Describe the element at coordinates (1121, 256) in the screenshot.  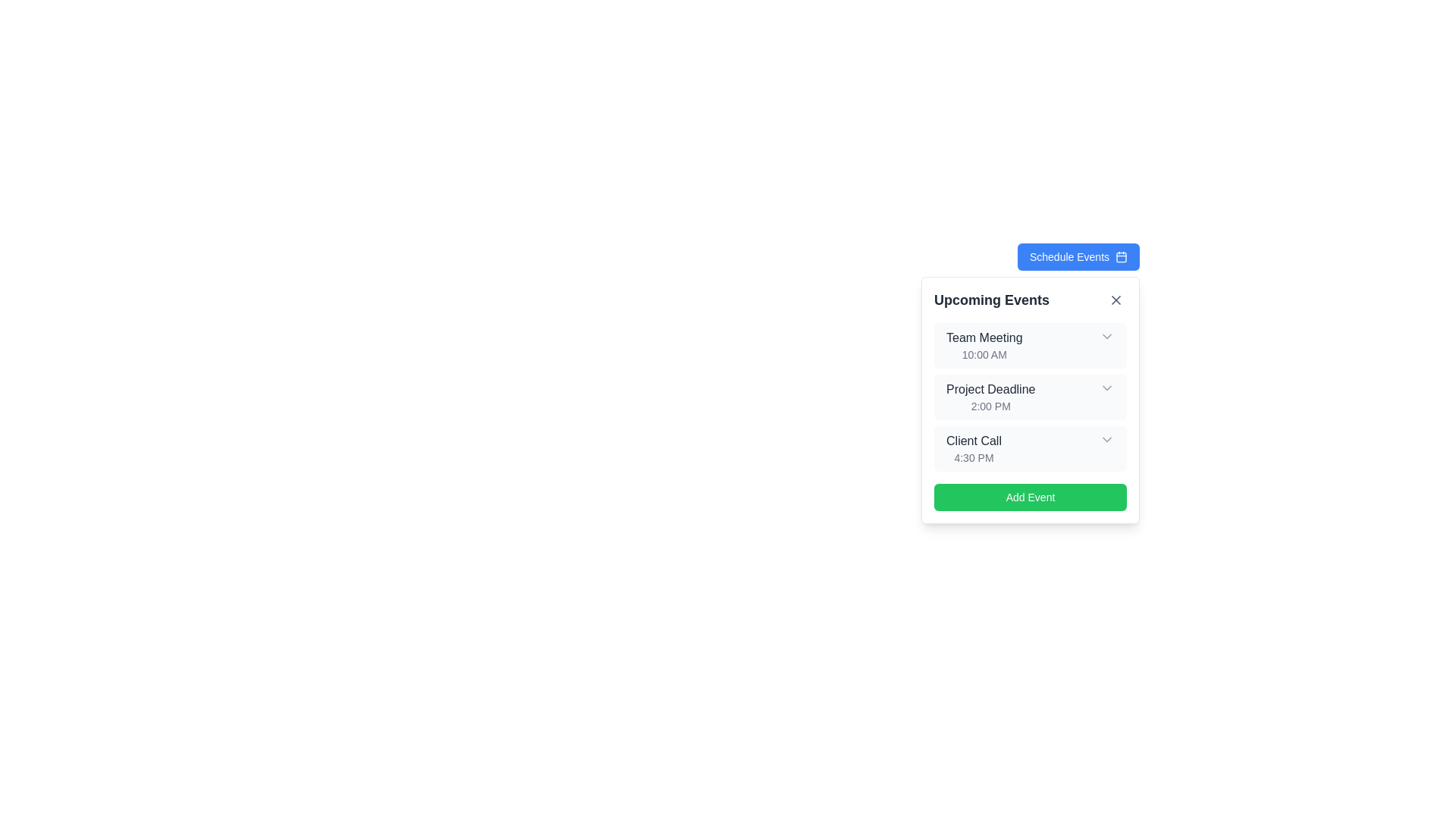
I see `the 'Schedule Events' icon, which is a blue rounded button located at the top-right corner of the interface, to the right of the text 'Schedule Events'` at that location.